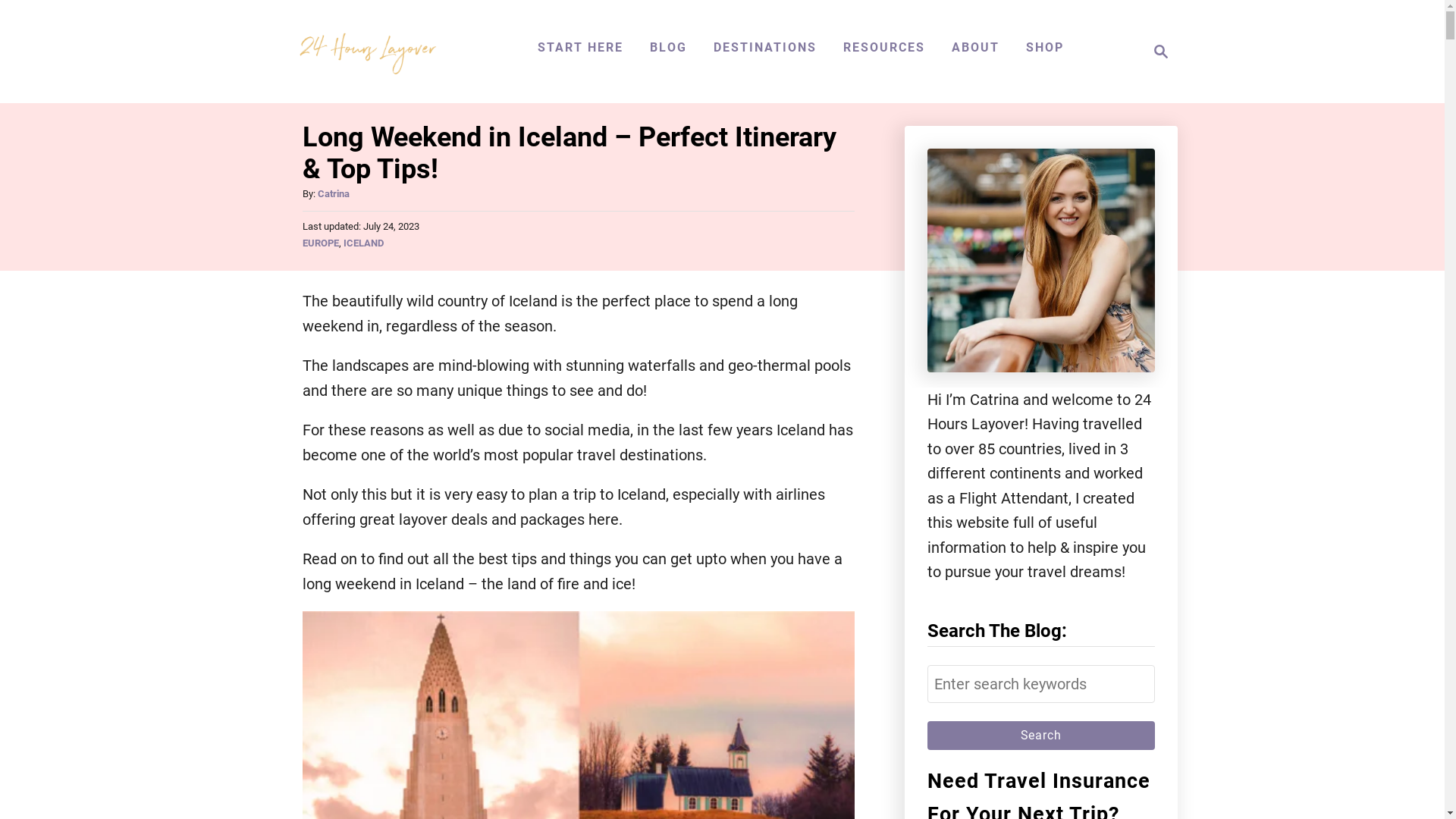  What do you see at coordinates (704, 46) in the screenshot?
I see `'DESTINATIONS'` at bounding box center [704, 46].